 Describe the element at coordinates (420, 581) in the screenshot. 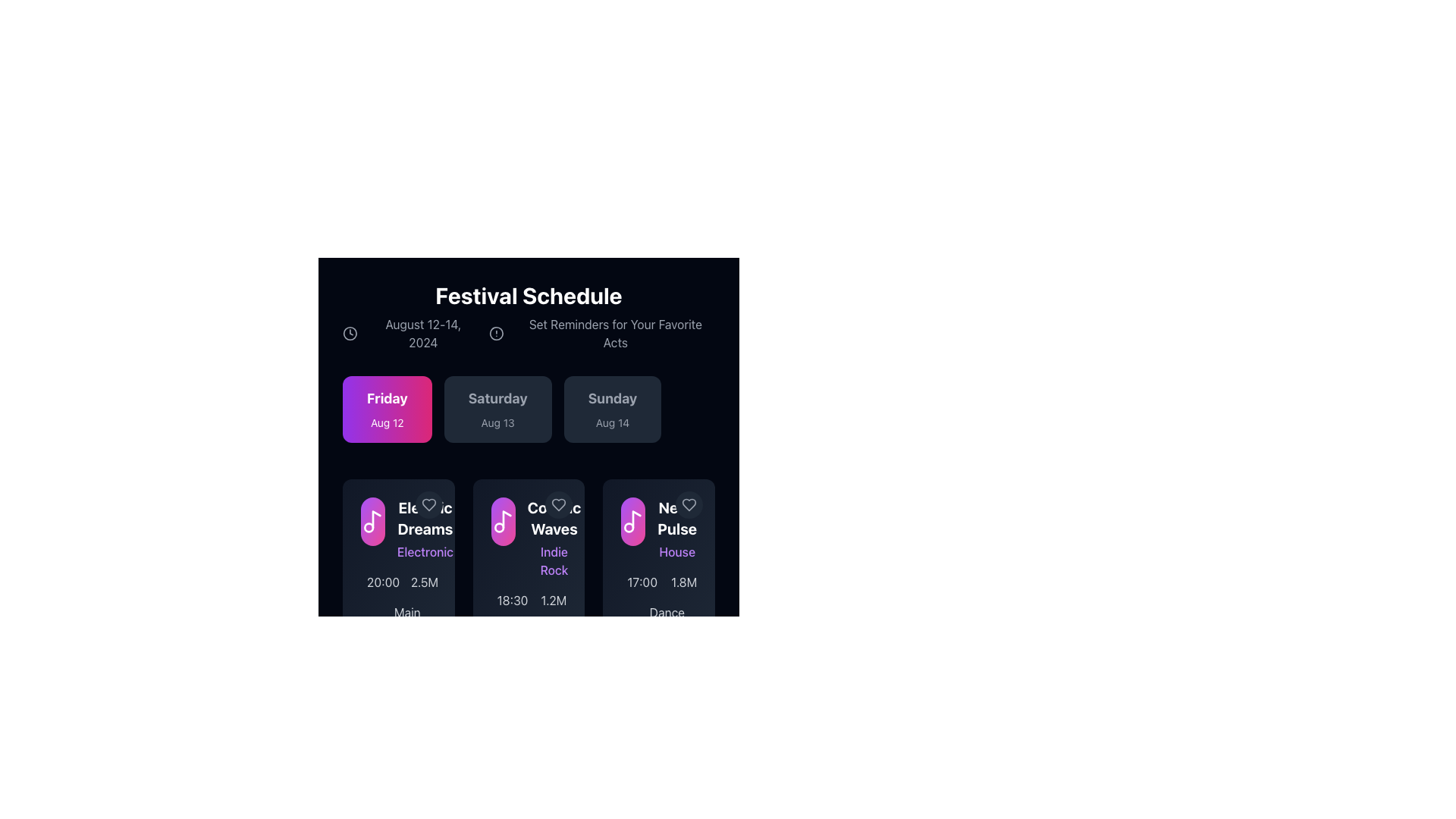

I see `the text label displaying the number of attendees or popularity index, located below the time display '20:00' in the 'Electronic Dreams' card` at that location.